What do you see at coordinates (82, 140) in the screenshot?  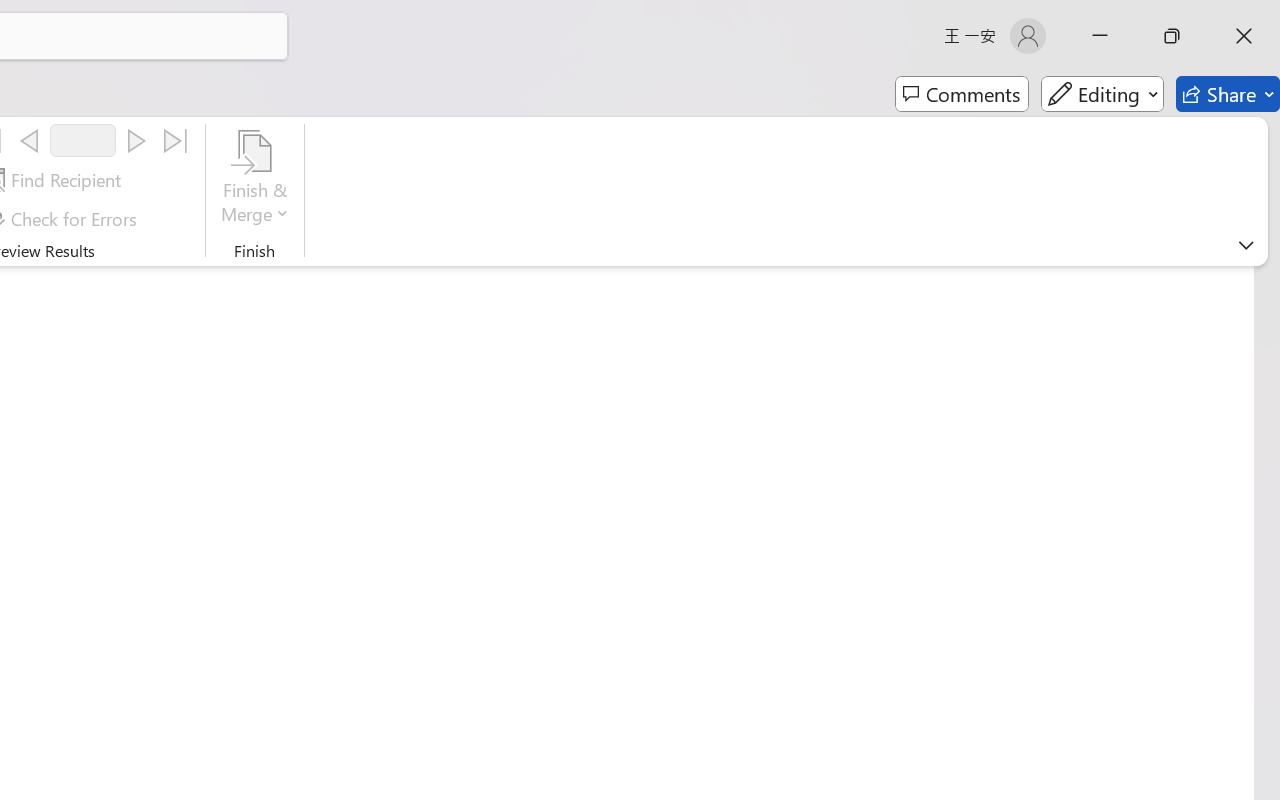 I see `'Record'` at bounding box center [82, 140].